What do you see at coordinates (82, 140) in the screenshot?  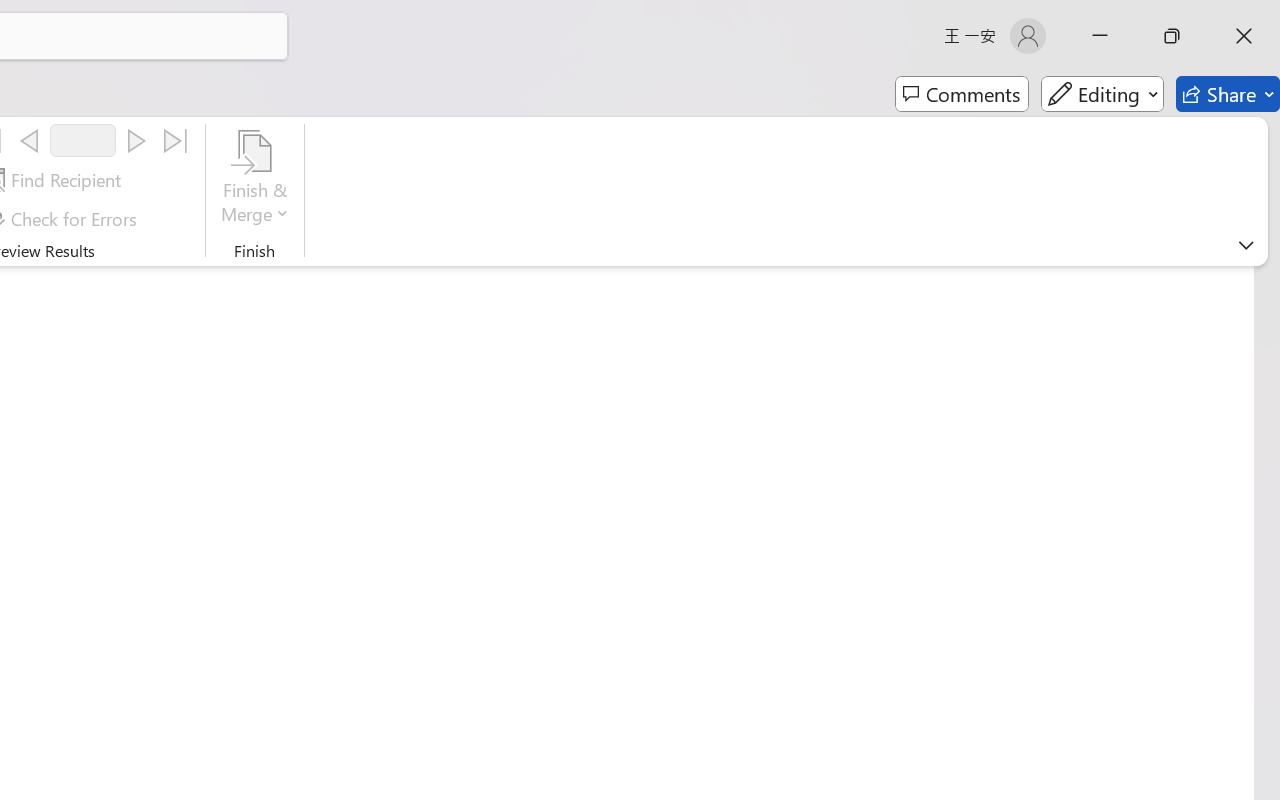 I see `'Record'` at bounding box center [82, 140].